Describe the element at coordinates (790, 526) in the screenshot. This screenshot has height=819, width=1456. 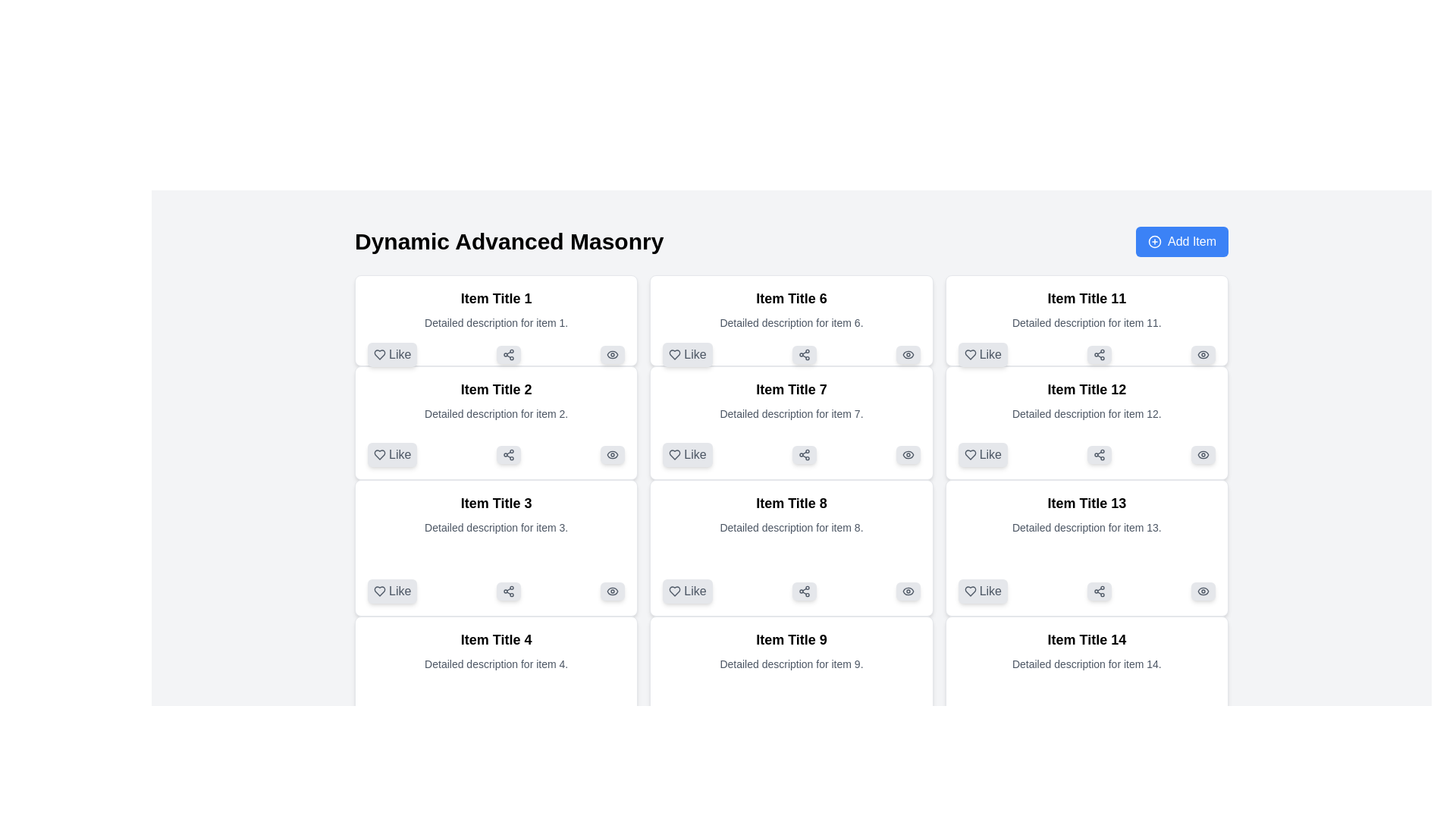
I see `descriptive text that reads 'Detailed description for item 8.' located under the heading 'Item Title 8' in the middle column and third row of a three-column grid layout` at that location.